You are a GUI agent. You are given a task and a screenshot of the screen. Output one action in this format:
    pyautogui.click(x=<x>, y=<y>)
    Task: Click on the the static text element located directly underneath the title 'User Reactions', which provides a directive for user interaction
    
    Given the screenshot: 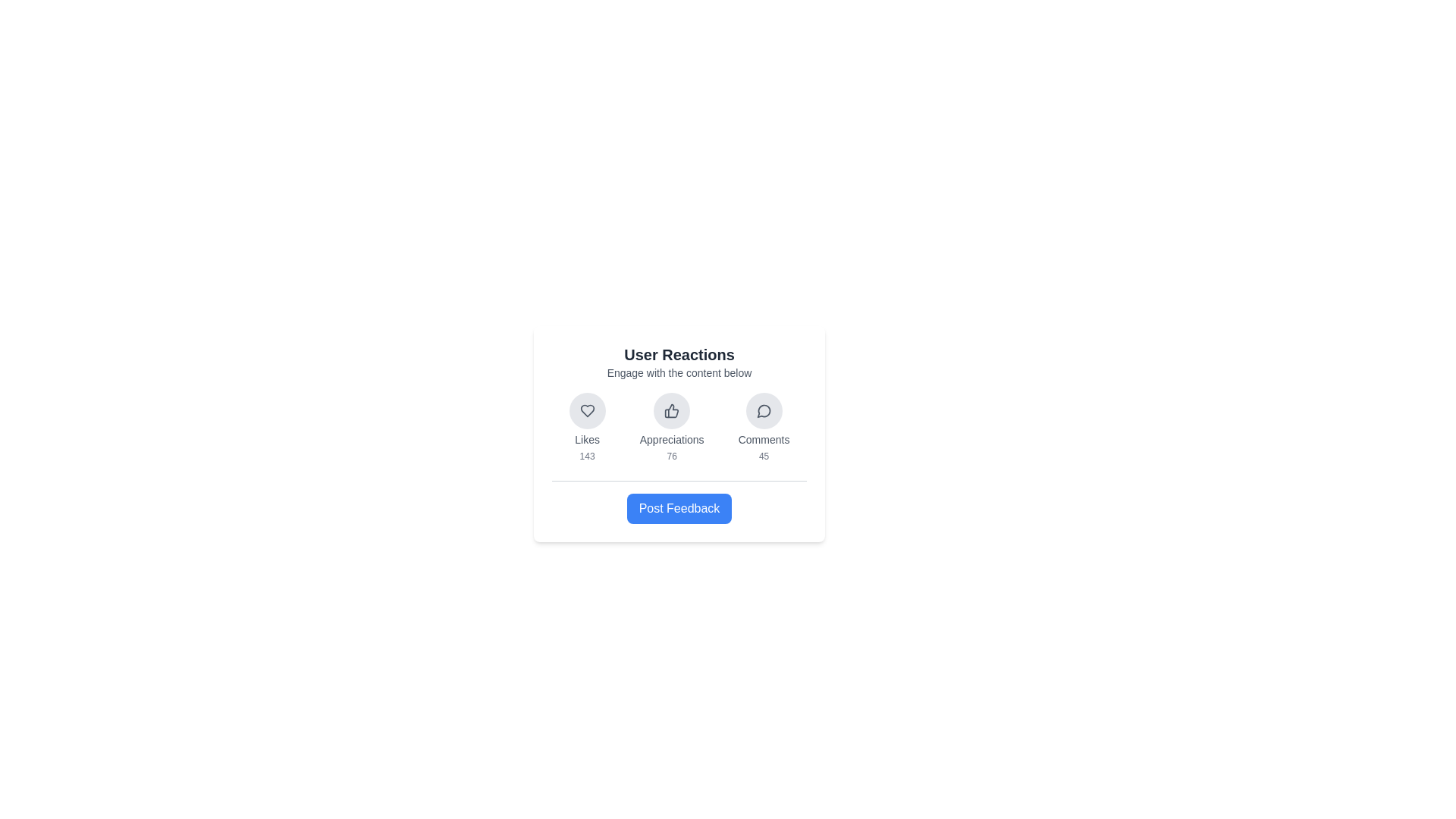 What is the action you would take?
    pyautogui.click(x=679, y=373)
    